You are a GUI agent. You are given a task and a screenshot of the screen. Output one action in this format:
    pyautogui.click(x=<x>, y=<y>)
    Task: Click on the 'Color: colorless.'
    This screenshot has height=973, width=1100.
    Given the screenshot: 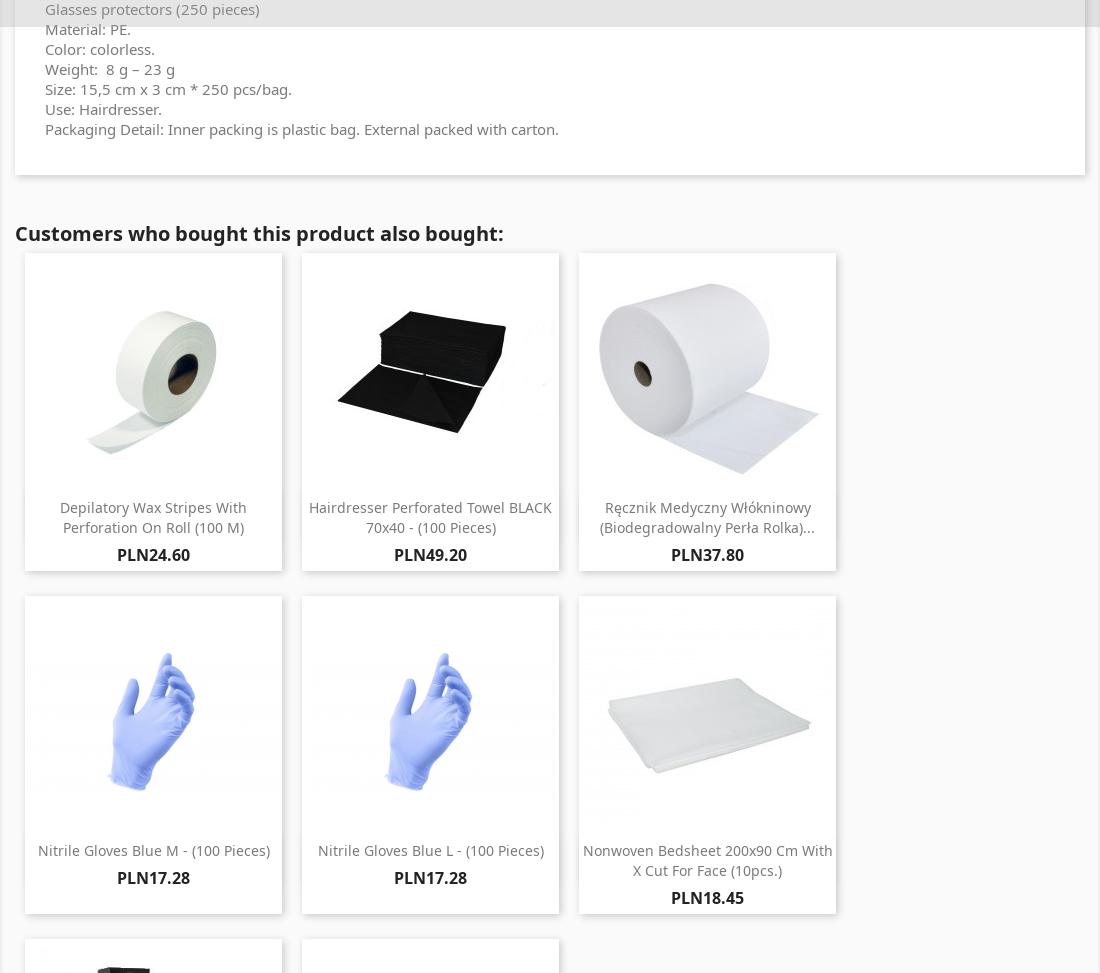 What is the action you would take?
    pyautogui.click(x=99, y=49)
    